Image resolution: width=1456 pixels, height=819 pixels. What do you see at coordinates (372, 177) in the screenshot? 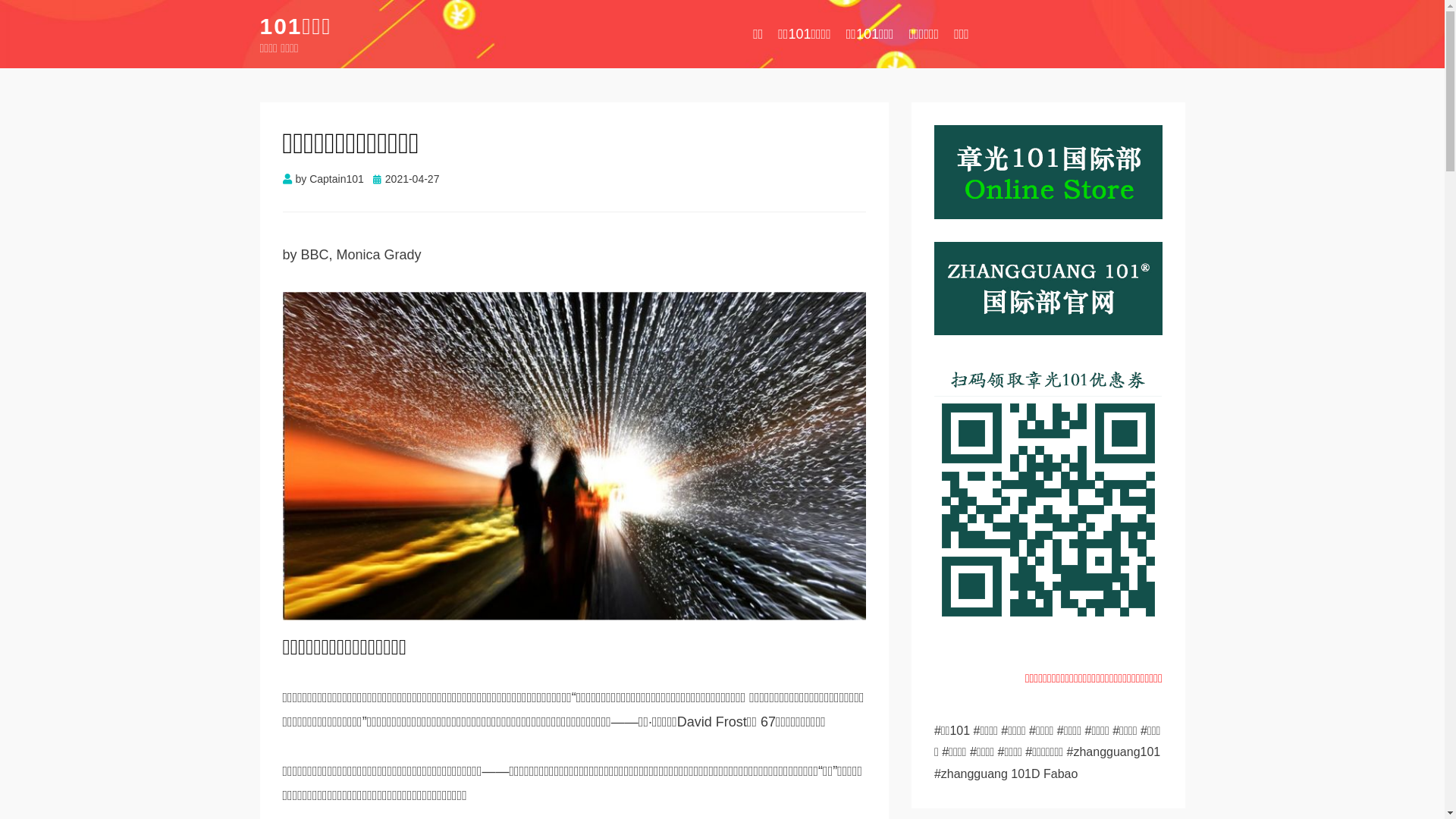
I see `'2021-04-27'` at bounding box center [372, 177].